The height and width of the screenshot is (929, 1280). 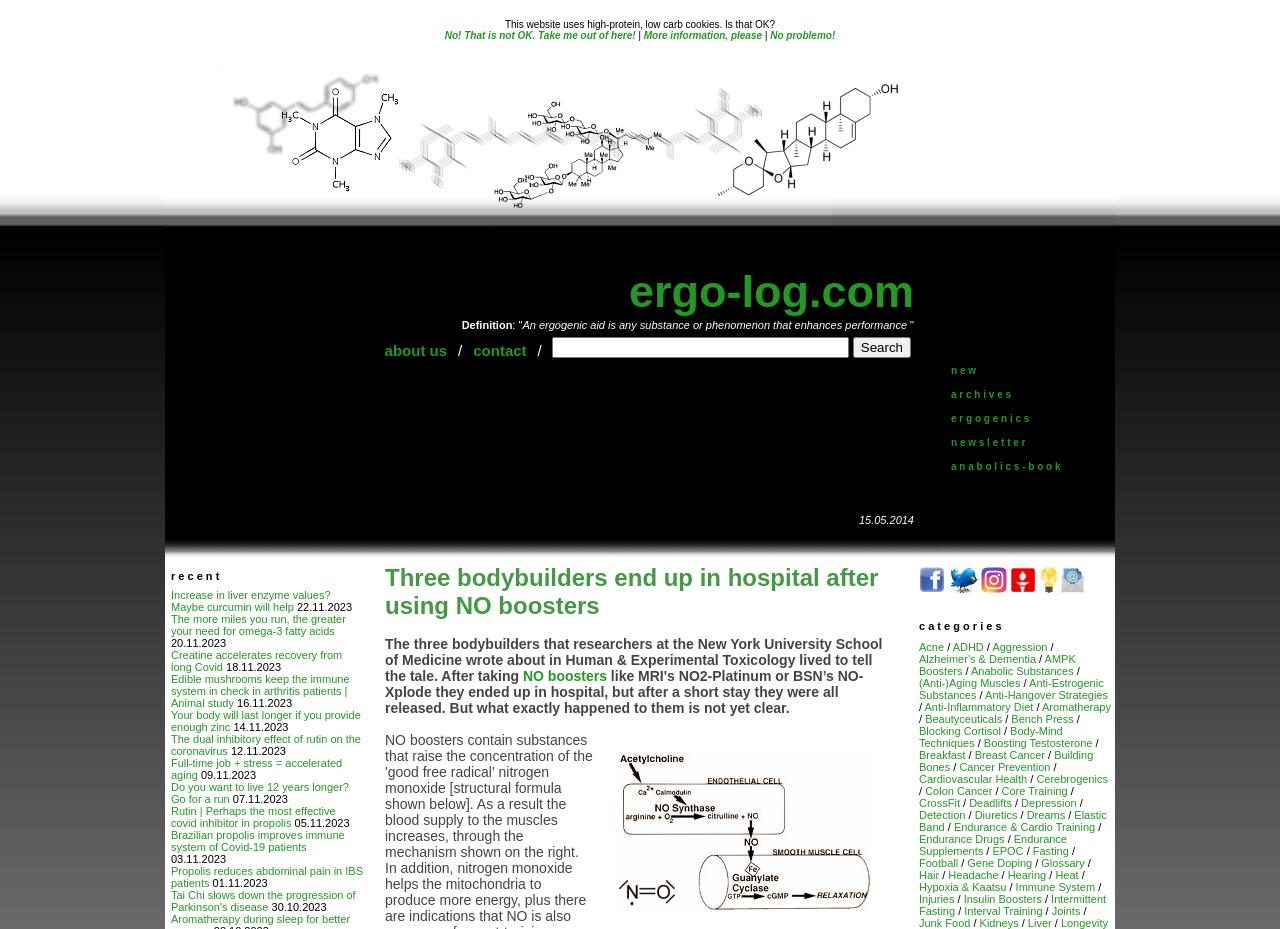 What do you see at coordinates (630, 590) in the screenshot?
I see `'Three bodybuilders end up in hospital after using NO boosters'` at bounding box center [630, 590].